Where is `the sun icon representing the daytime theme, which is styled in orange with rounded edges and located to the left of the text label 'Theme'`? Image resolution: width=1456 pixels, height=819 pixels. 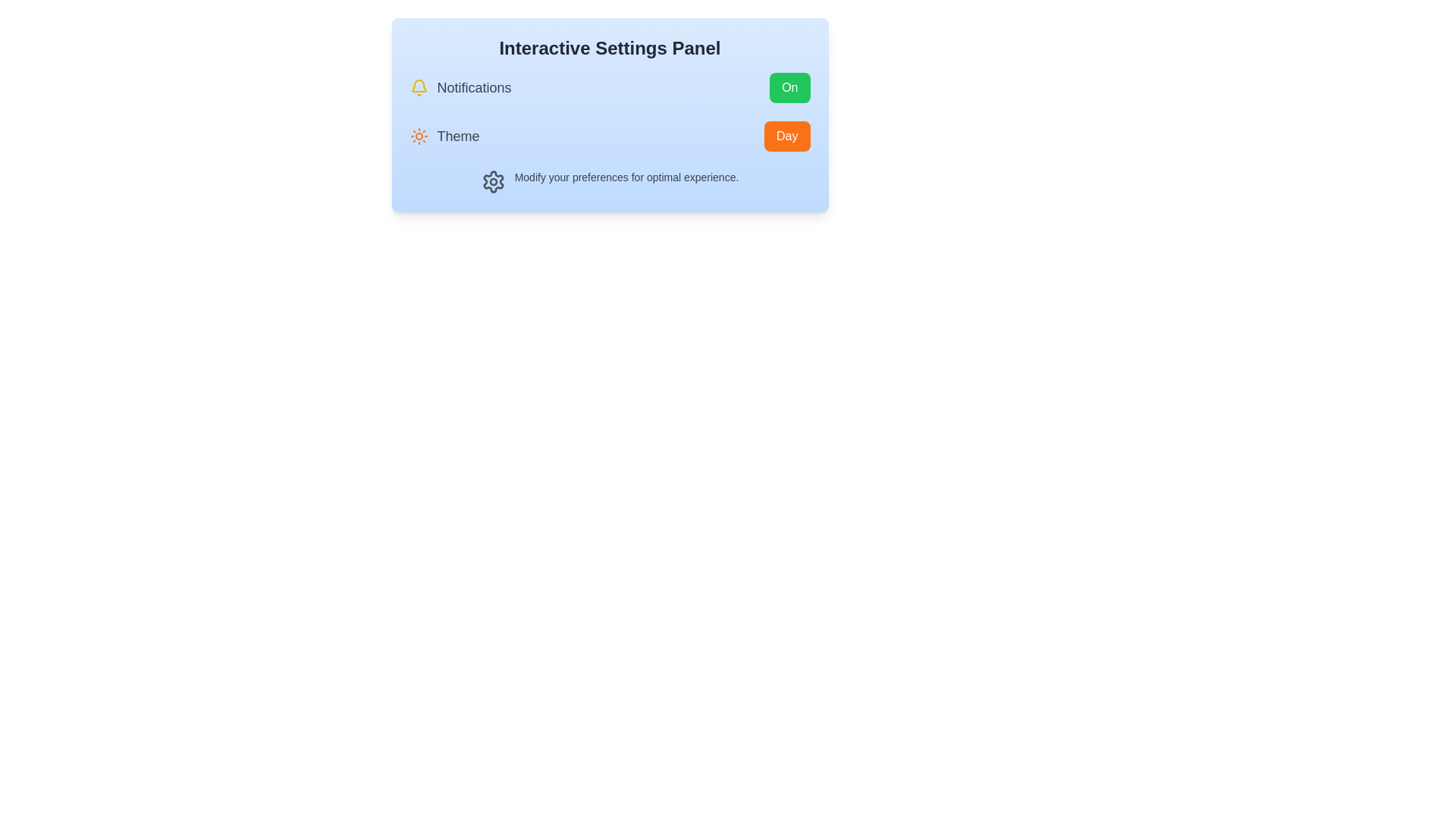
the sun icon representing the daytime theme, which is styled in orange with rounded edges and located to the left of the text label 'Theme' is located at coordinates (419, 136).